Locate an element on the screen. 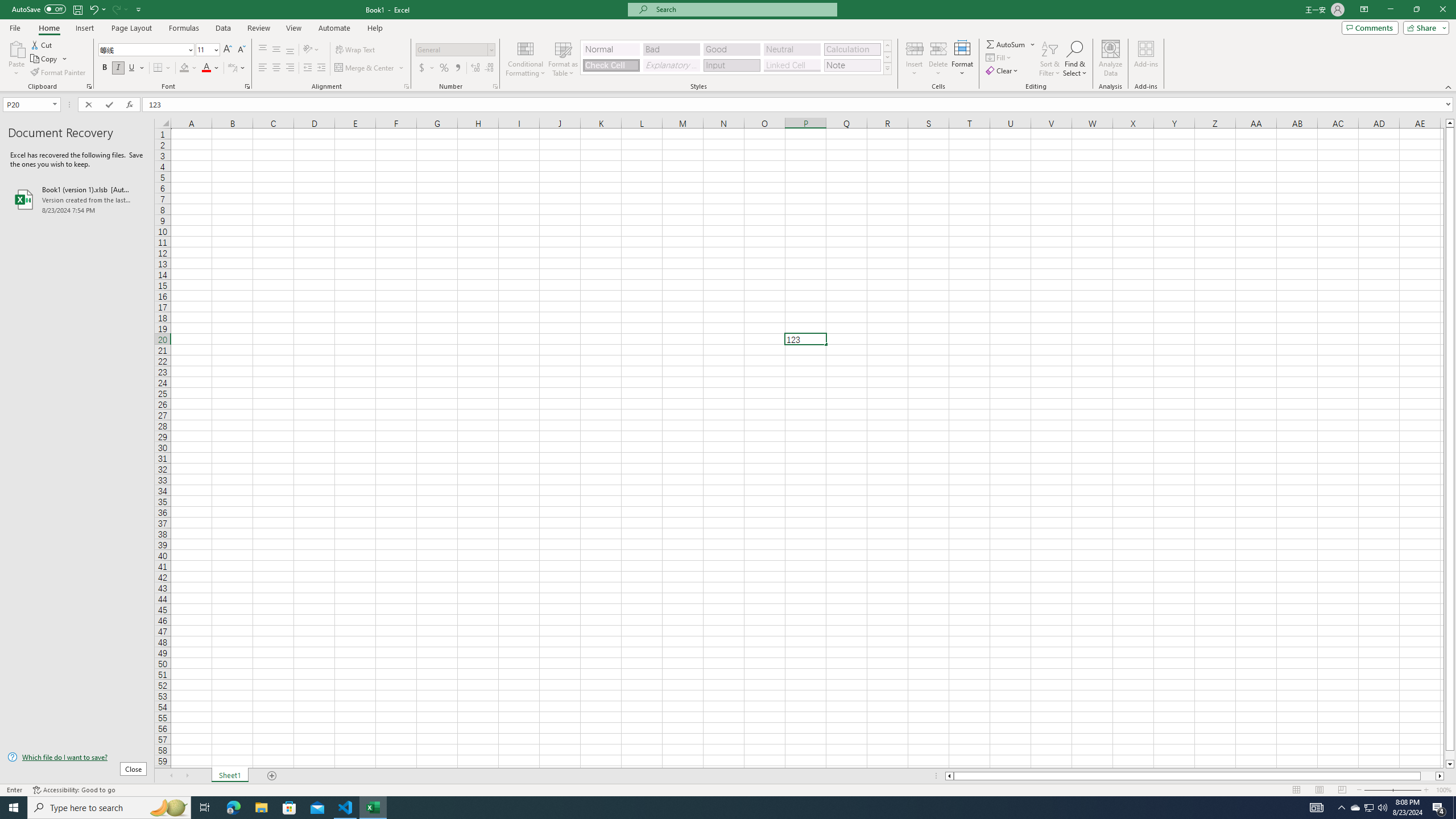  'Number Format' is located at coordinates (455, 49).